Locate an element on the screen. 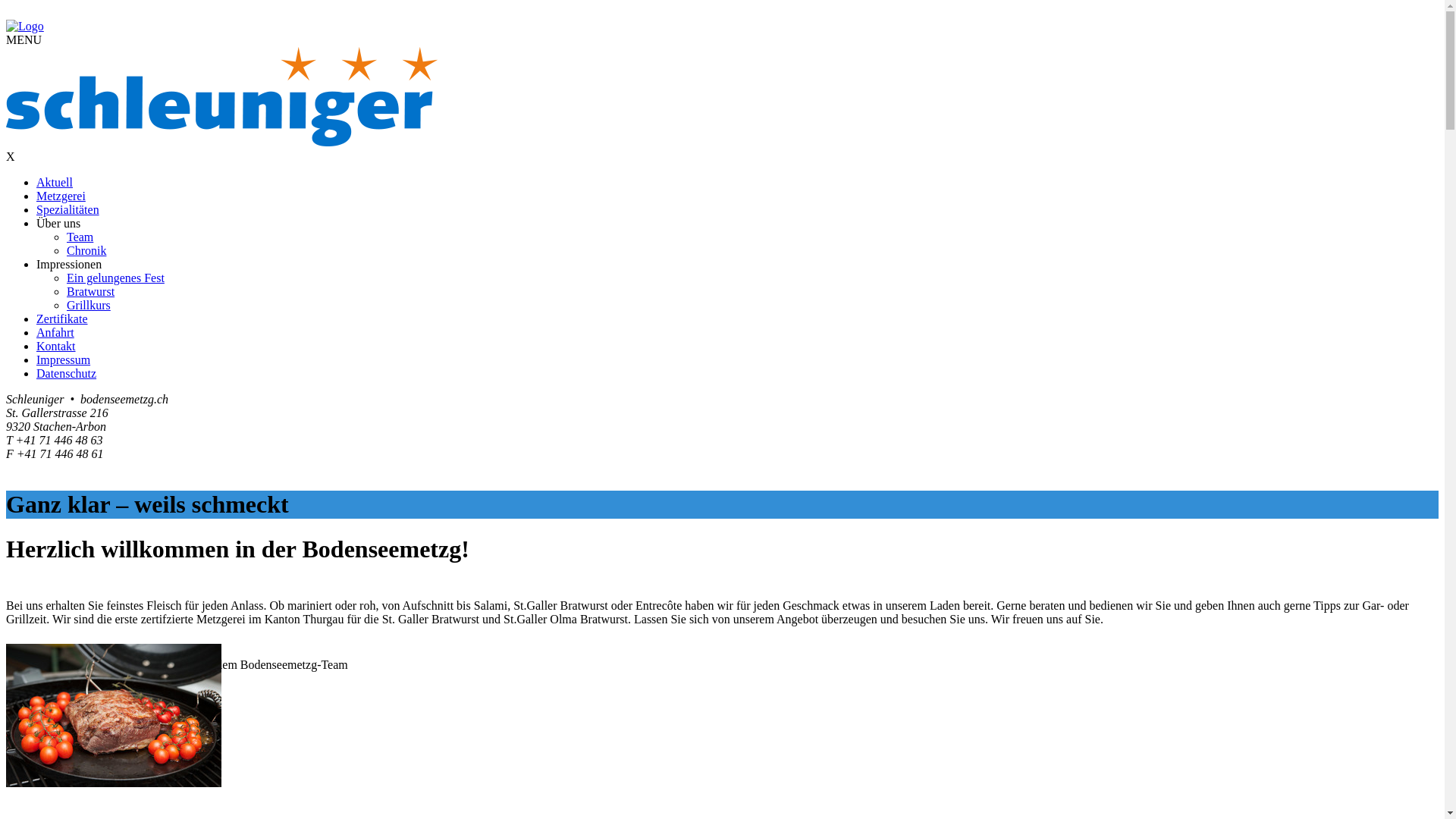  'Aktuell' is located at coordinates (55, 181).